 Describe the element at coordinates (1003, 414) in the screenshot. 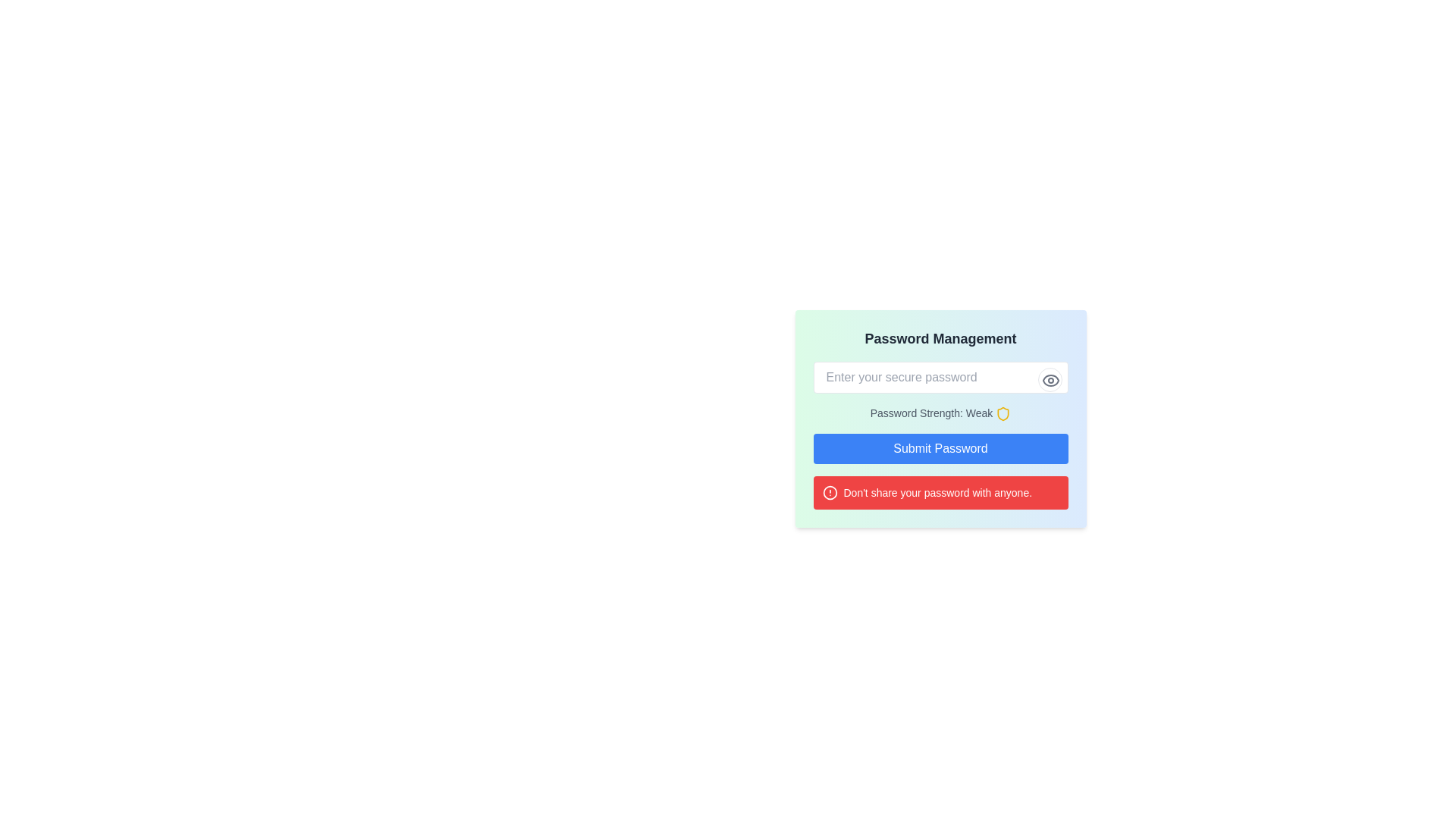

I see `the password strength icon located in the middle-right section of the password management card interface, adjacent to the text 'Password Strength: Weak'` at that location.